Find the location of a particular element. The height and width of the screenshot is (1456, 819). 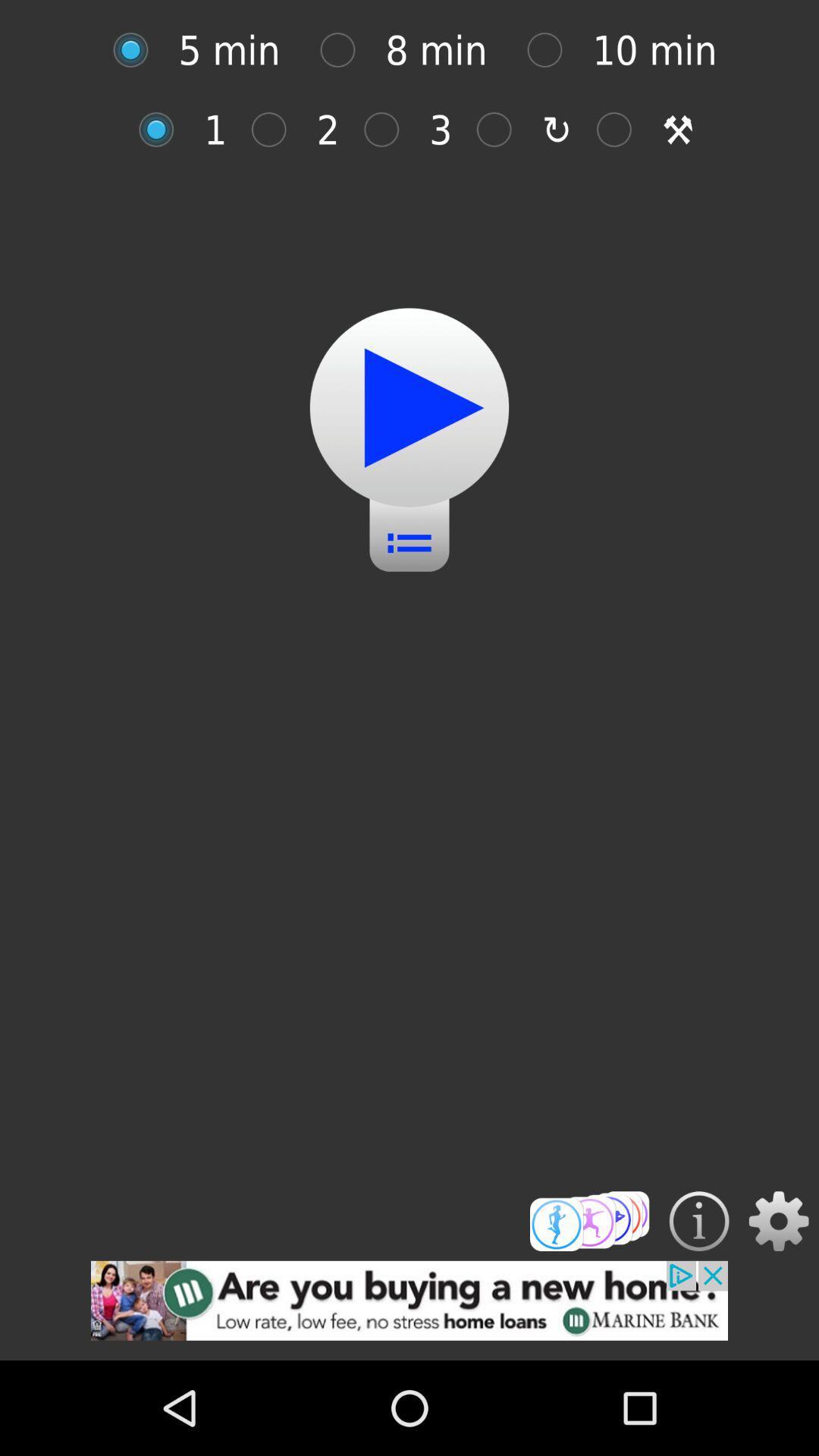

selection colomn is located at coordinates (502, 130).